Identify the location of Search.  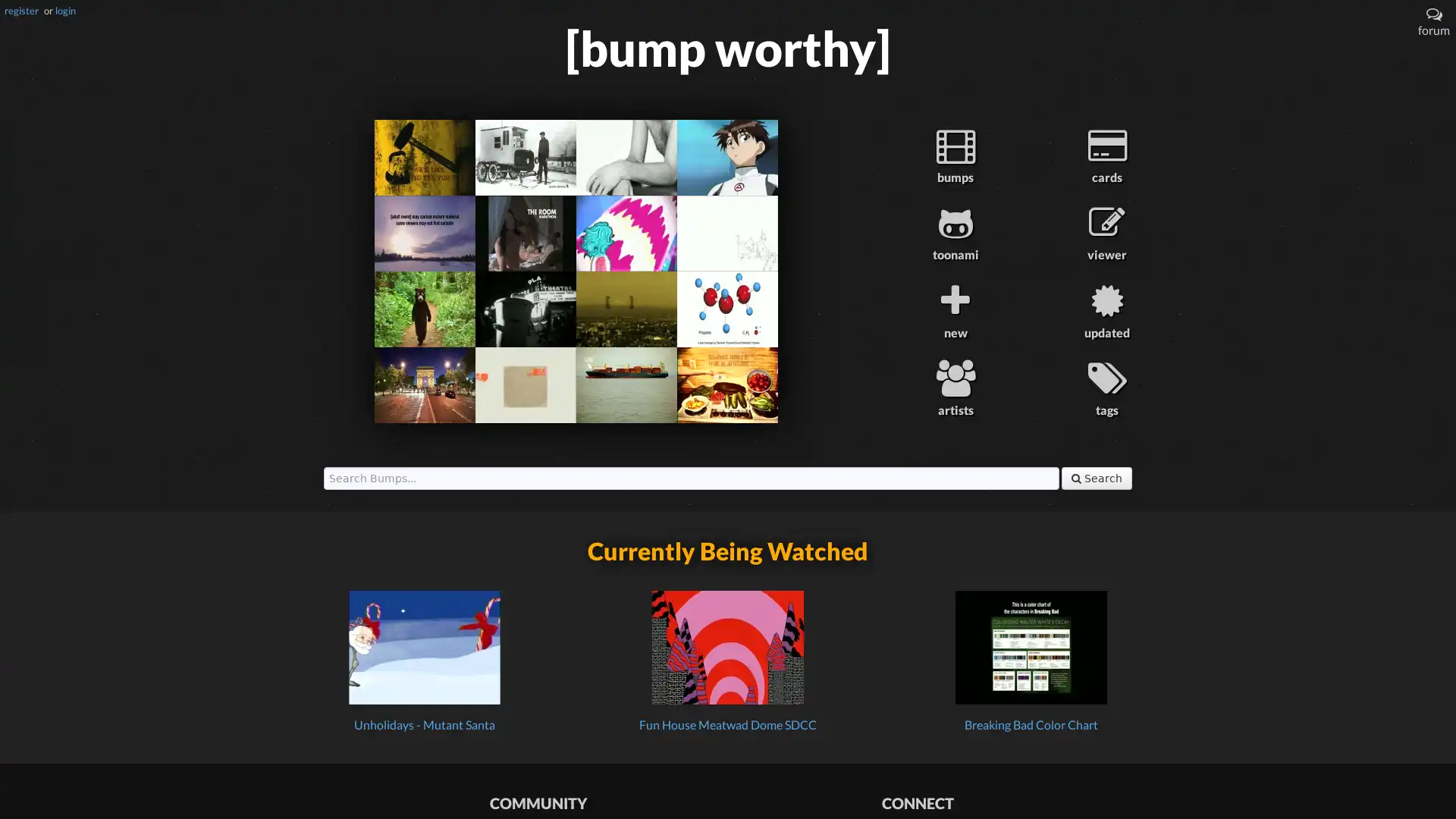
(1097, 476).